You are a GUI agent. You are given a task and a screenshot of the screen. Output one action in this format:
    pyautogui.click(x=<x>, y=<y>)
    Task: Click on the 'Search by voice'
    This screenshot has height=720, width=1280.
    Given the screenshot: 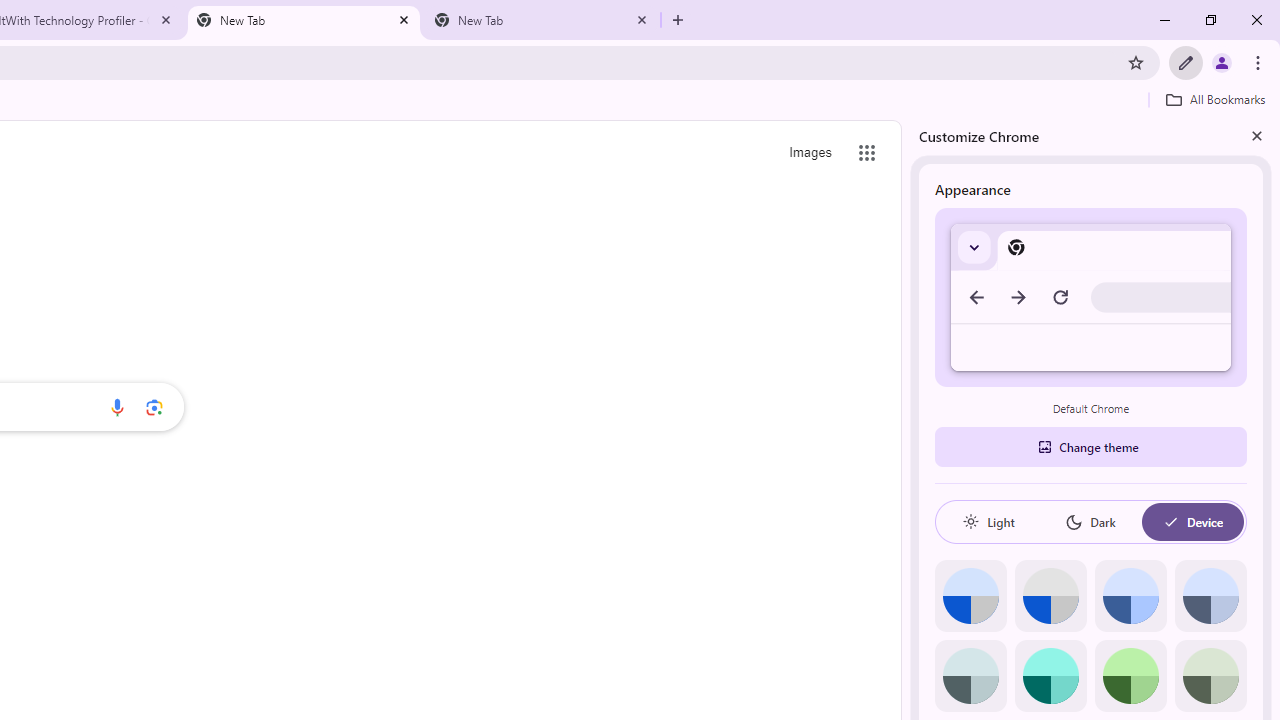 What is the action you would take?
    pyautogui.click(x=116, y=406)
    